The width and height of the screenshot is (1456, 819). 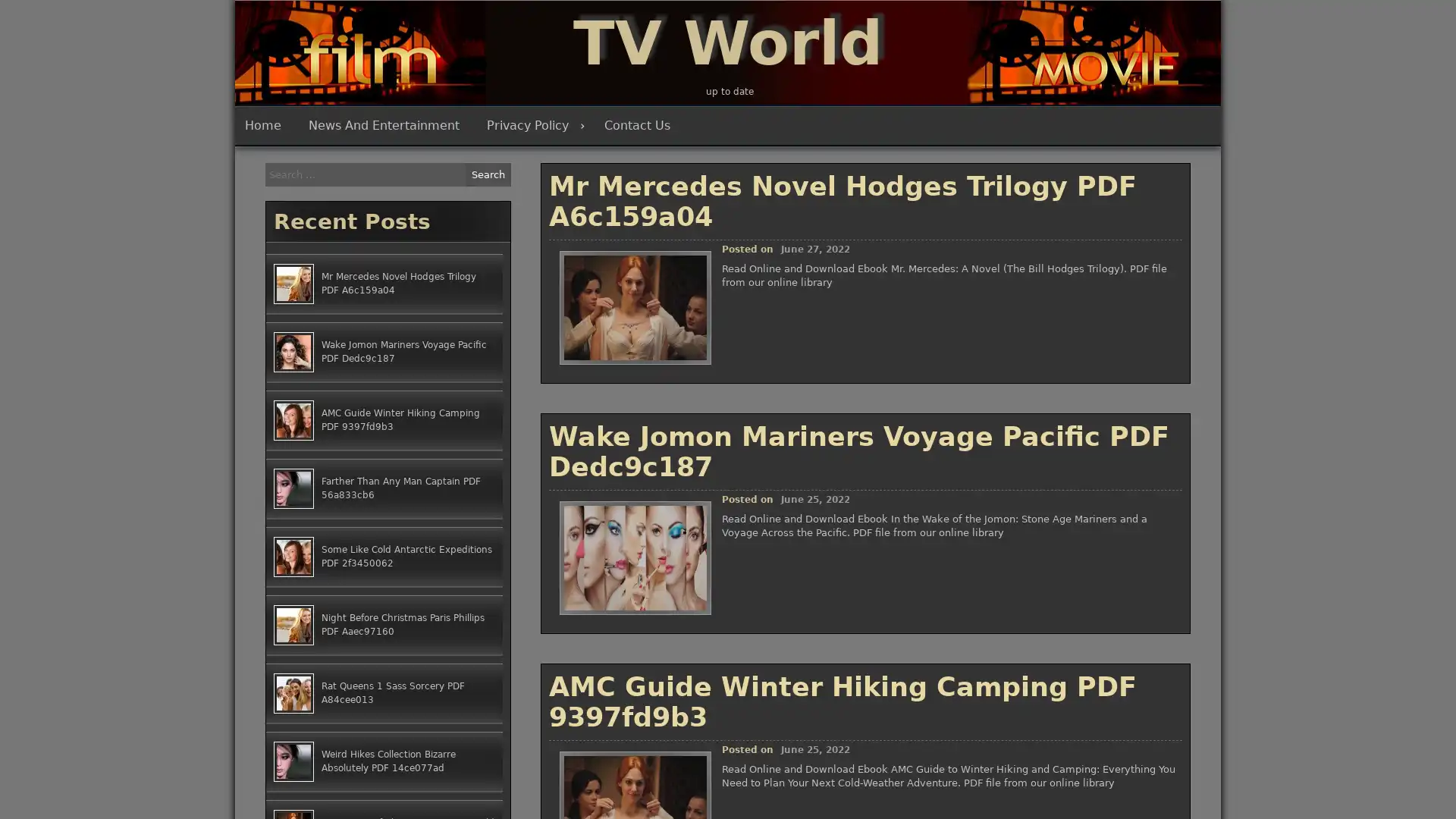 I want to click on Search, so click(x=488, y=174).